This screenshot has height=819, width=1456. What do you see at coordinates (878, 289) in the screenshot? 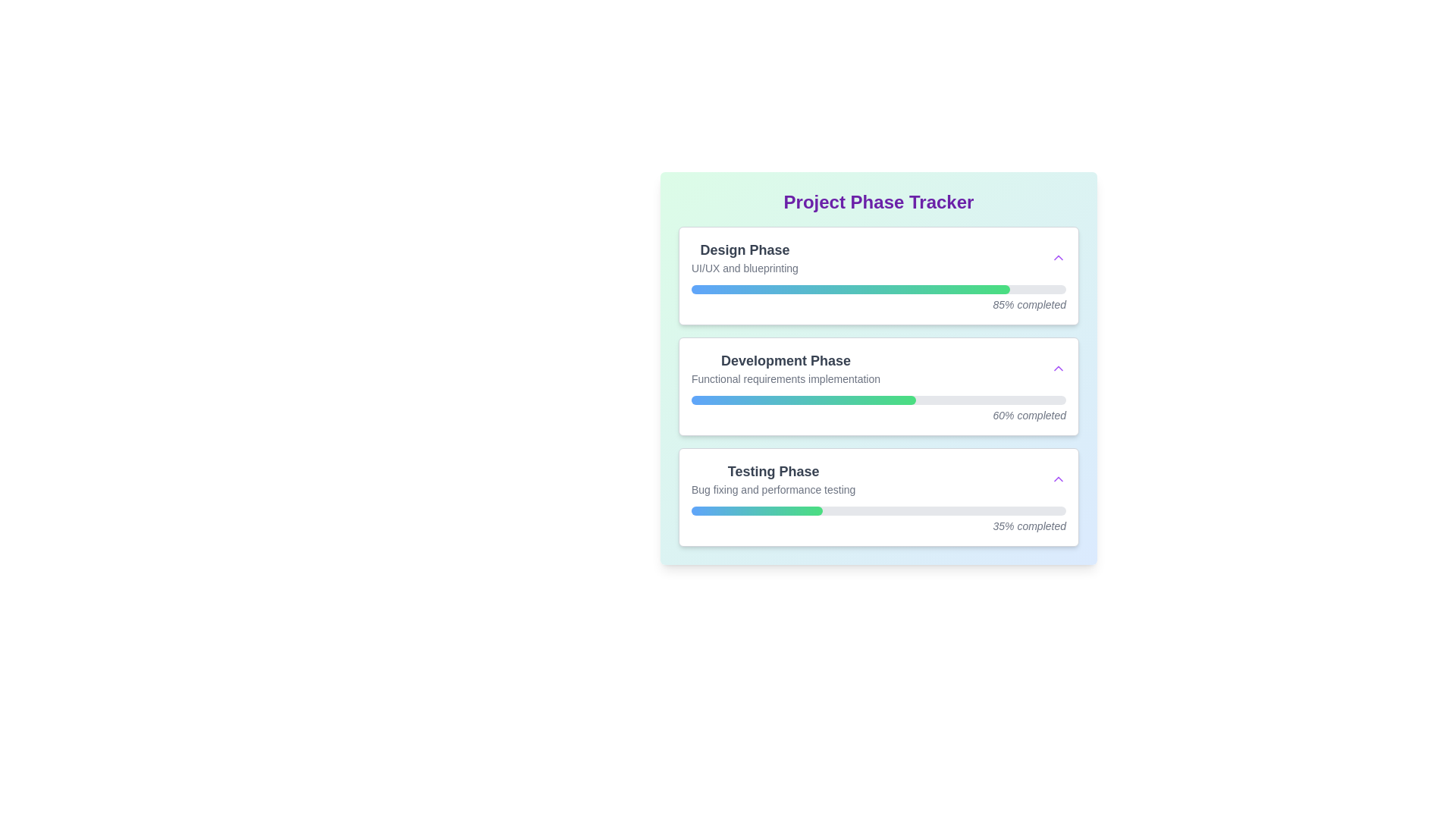
I see `the progress bar in the 'Design Phase' section of the 'Project Phase Tracker' card` at bounding box center [878, 289].